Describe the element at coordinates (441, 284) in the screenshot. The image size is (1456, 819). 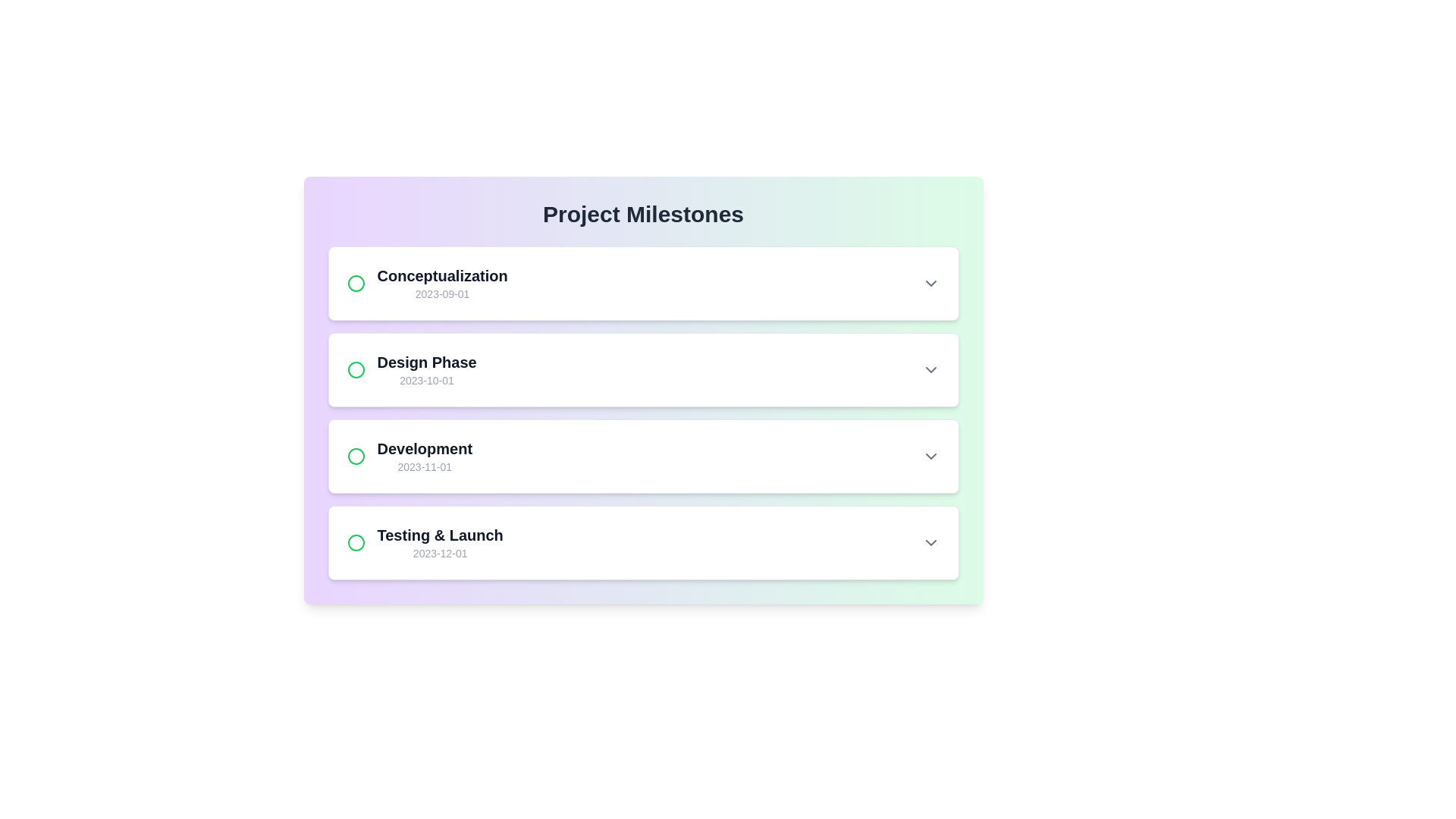
I see `the Composite text component displaying the first milestone title and date under 'Project Milestones'` at that location.